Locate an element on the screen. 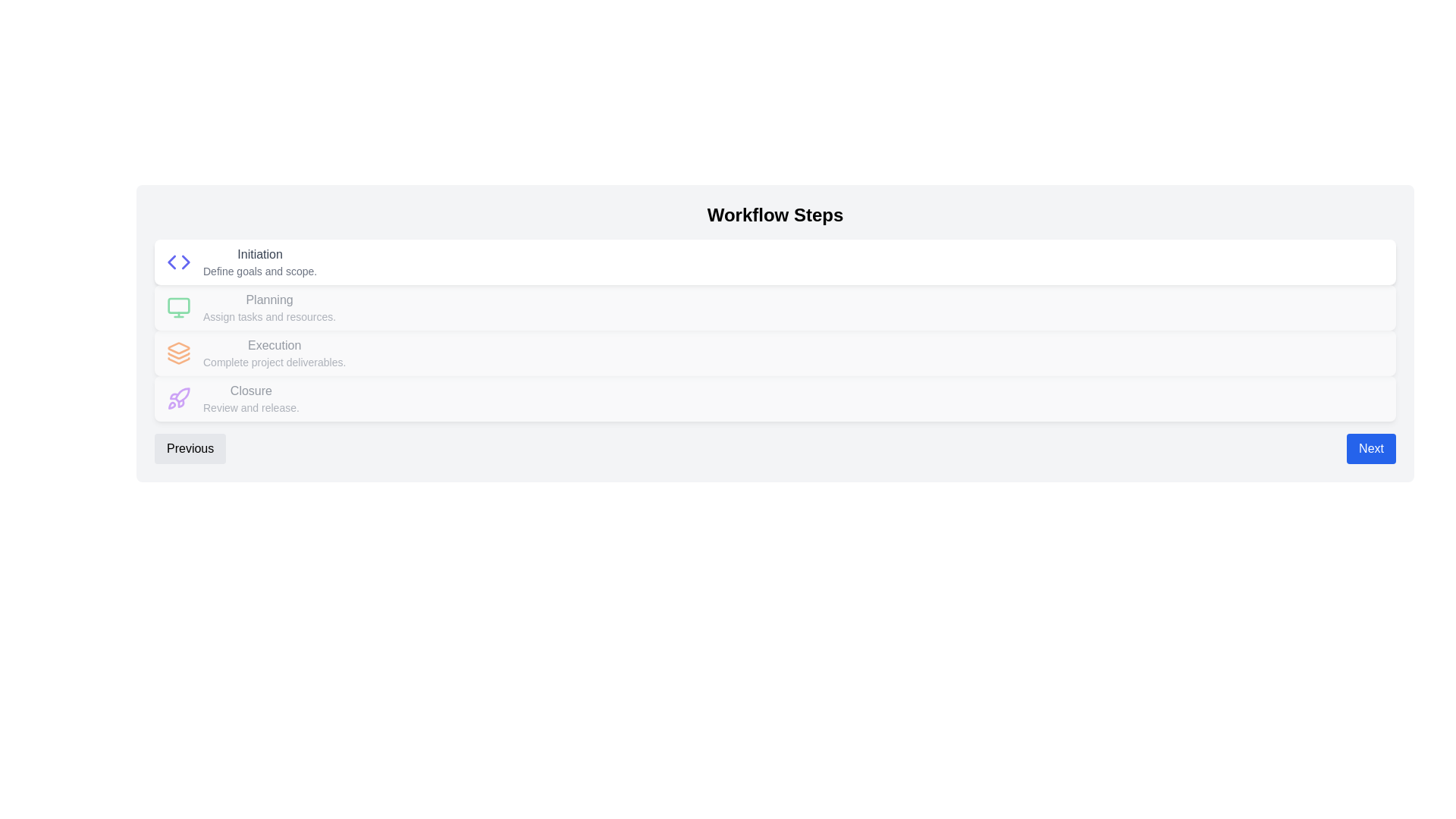 The height and width of the screenshot is (819, 1456). the Text Display element indicating the 'Closure' phase in the workflow, which is positioned below 'Execution' and above 'Previous' and 'Next' buttons is located at coordinates (251, 397).